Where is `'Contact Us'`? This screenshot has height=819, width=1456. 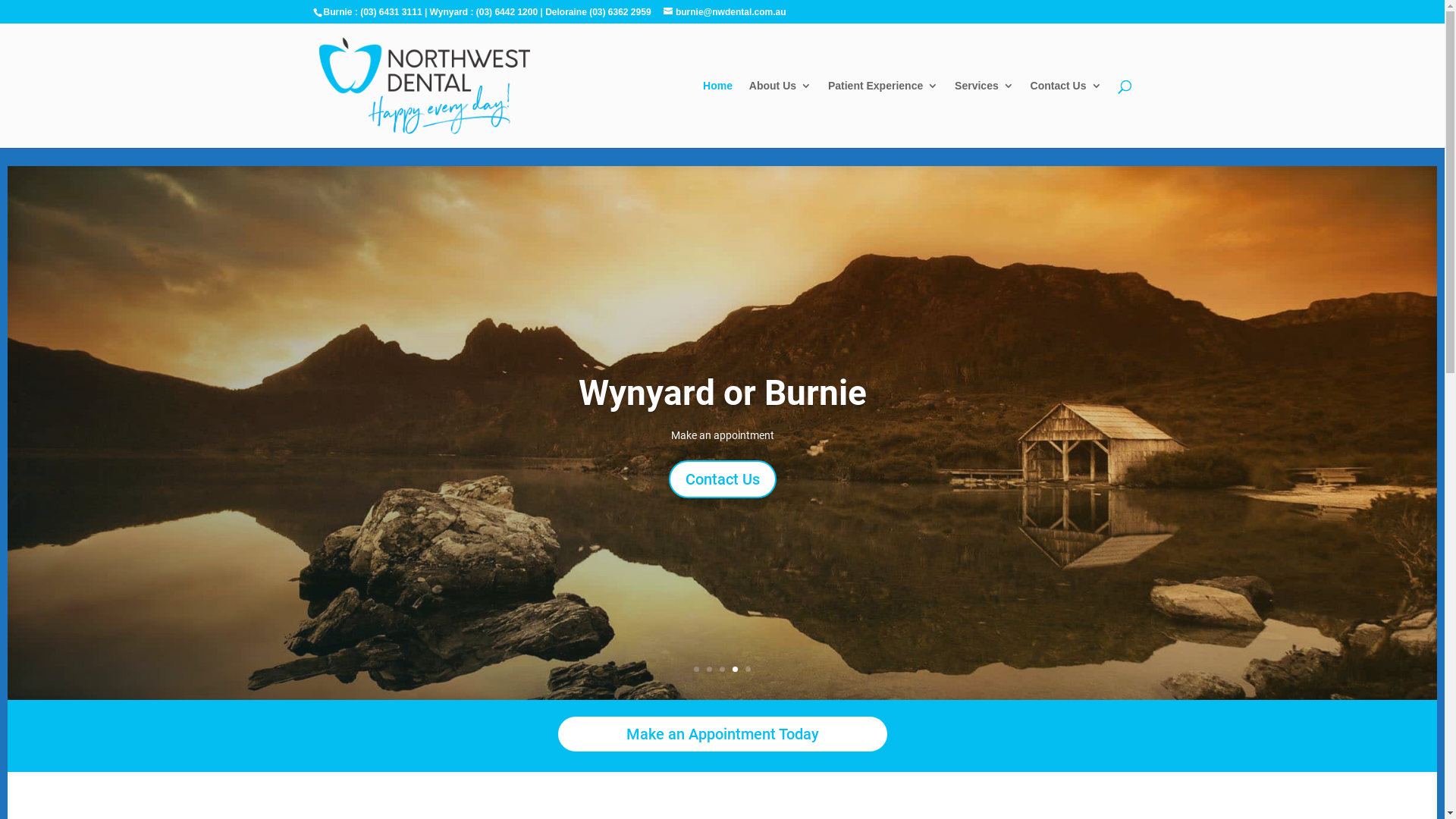
'Contact Us' is located at coordinates (722, 479).